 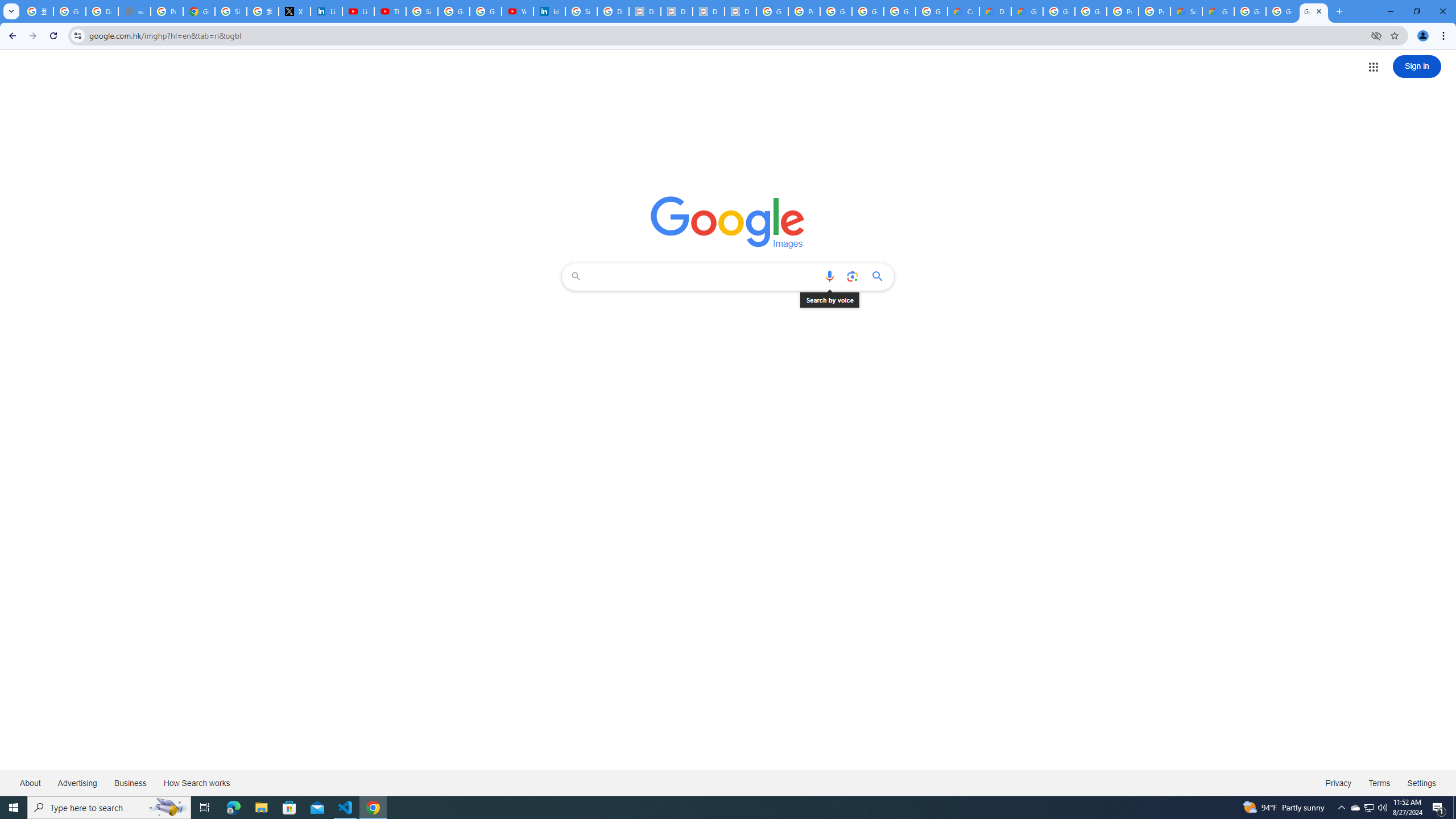 What do you see at coordinates (930, 11) in the screenshot?
I see `'Google Workspace - Specific Terms'` at bounding box center [930, 11].